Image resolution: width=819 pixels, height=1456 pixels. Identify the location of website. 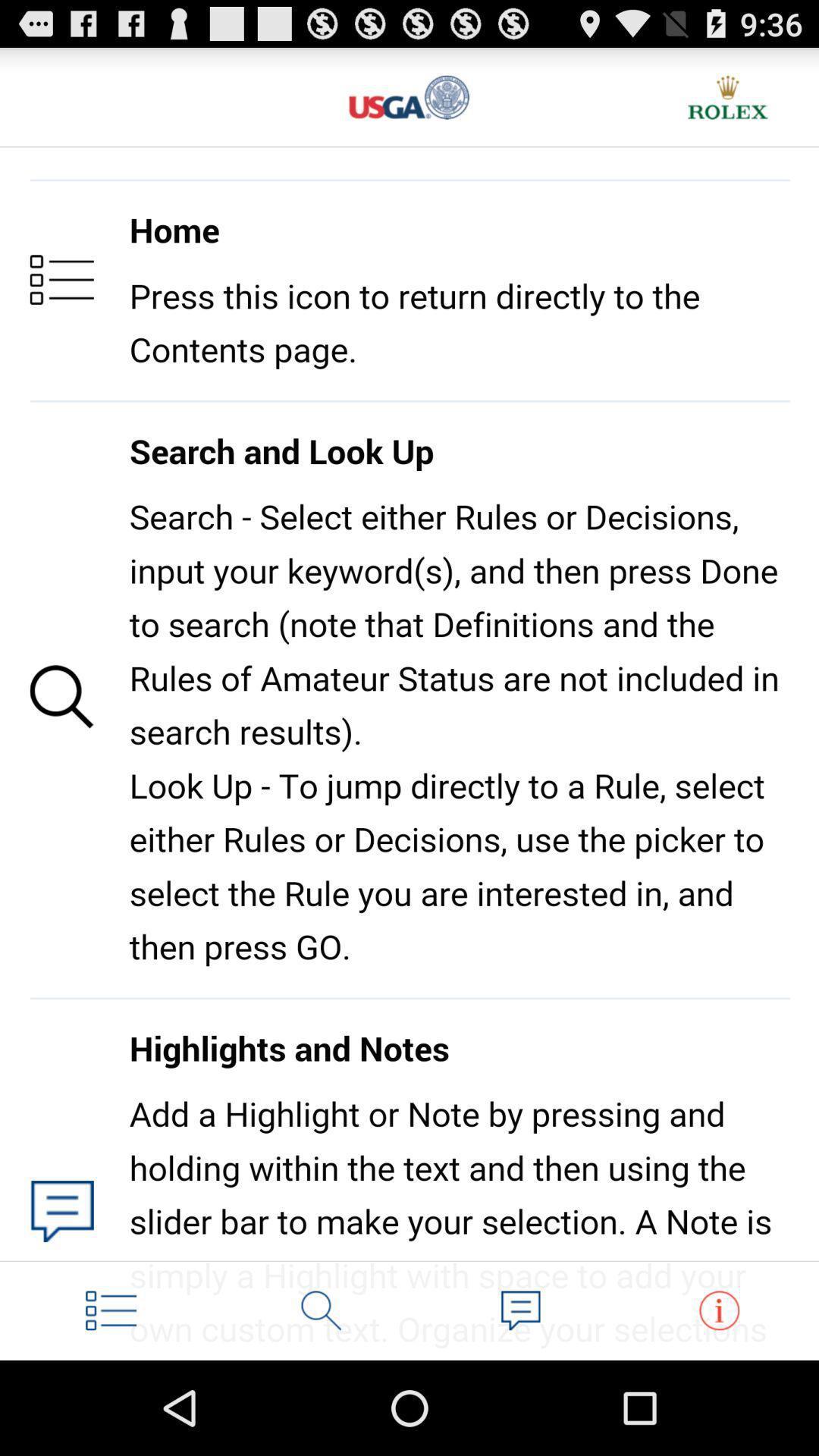
(409, 96).